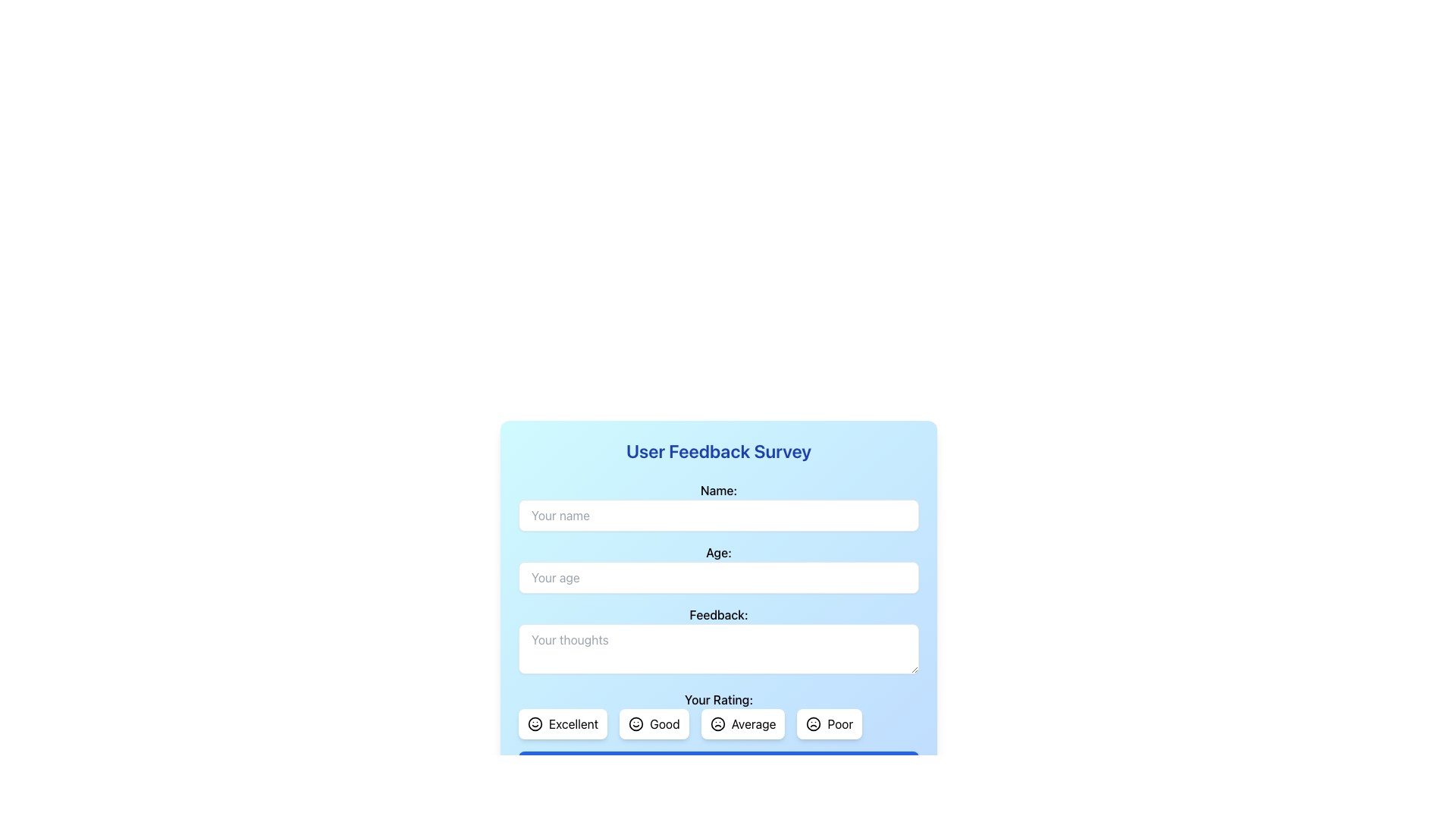  Describe the element at coordinates (636, 723) in the screenshot. I see `the button labeled 'Good' which encloses the sentiment 'Good' icon located on the left side of it in the rating section beneath the feedback form` at that location.